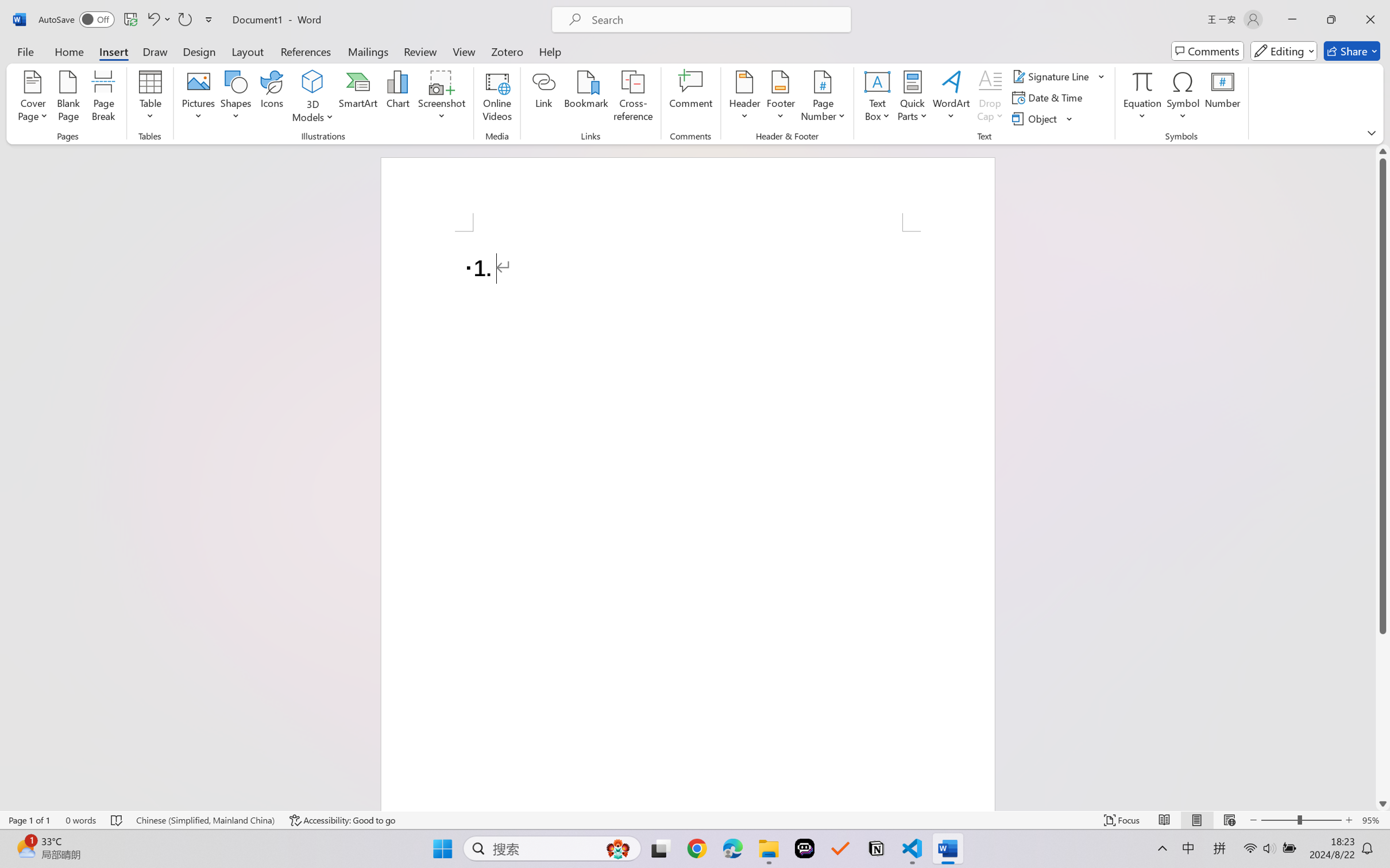 Image resolution: width=1390 pixels, height=868 pixels. Describe the element at coordinates (743, 98) in the screenshot. I see `'Header'` at that location.